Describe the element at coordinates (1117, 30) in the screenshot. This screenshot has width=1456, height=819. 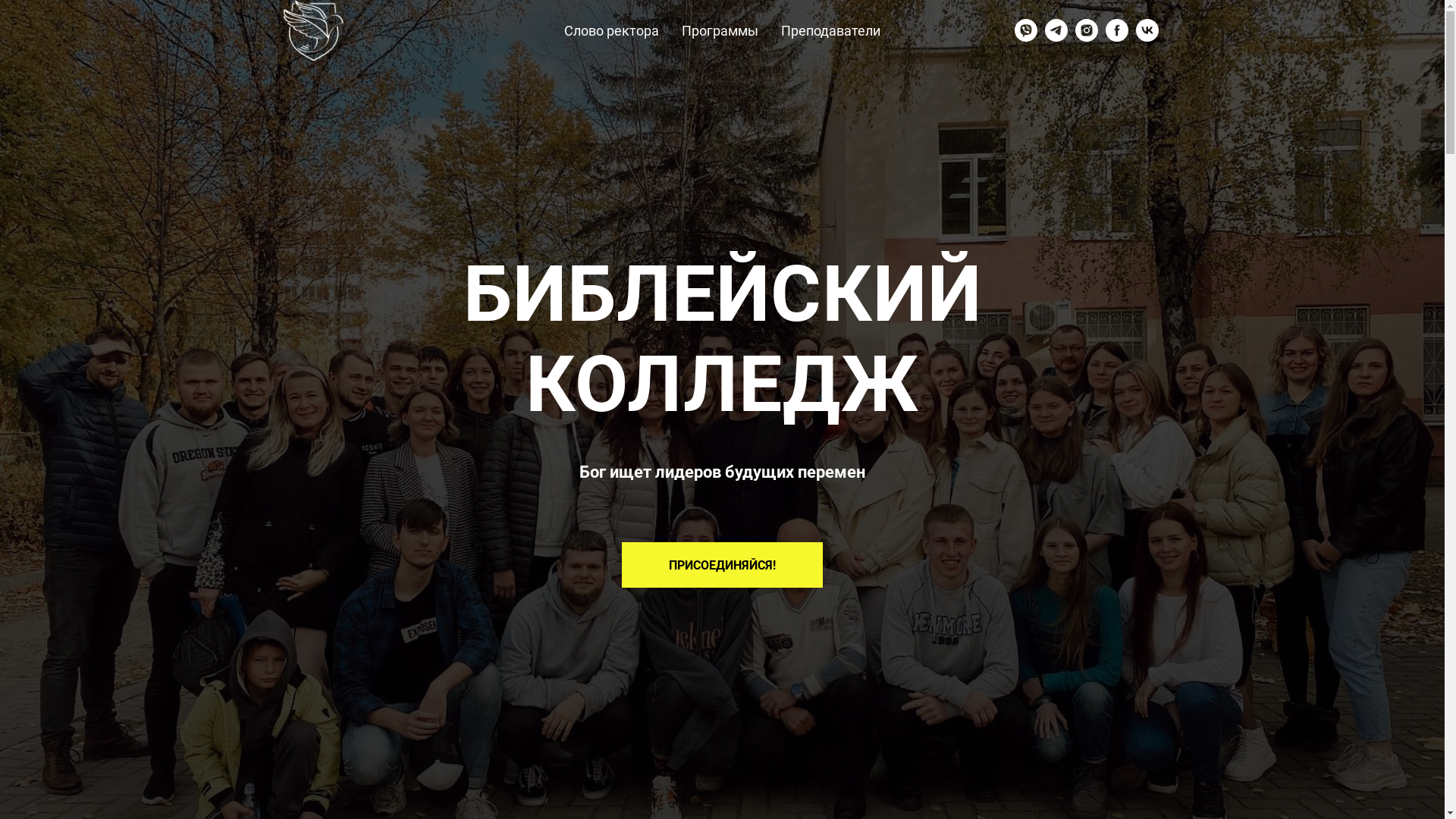
I see `'Facebook'` at that location.